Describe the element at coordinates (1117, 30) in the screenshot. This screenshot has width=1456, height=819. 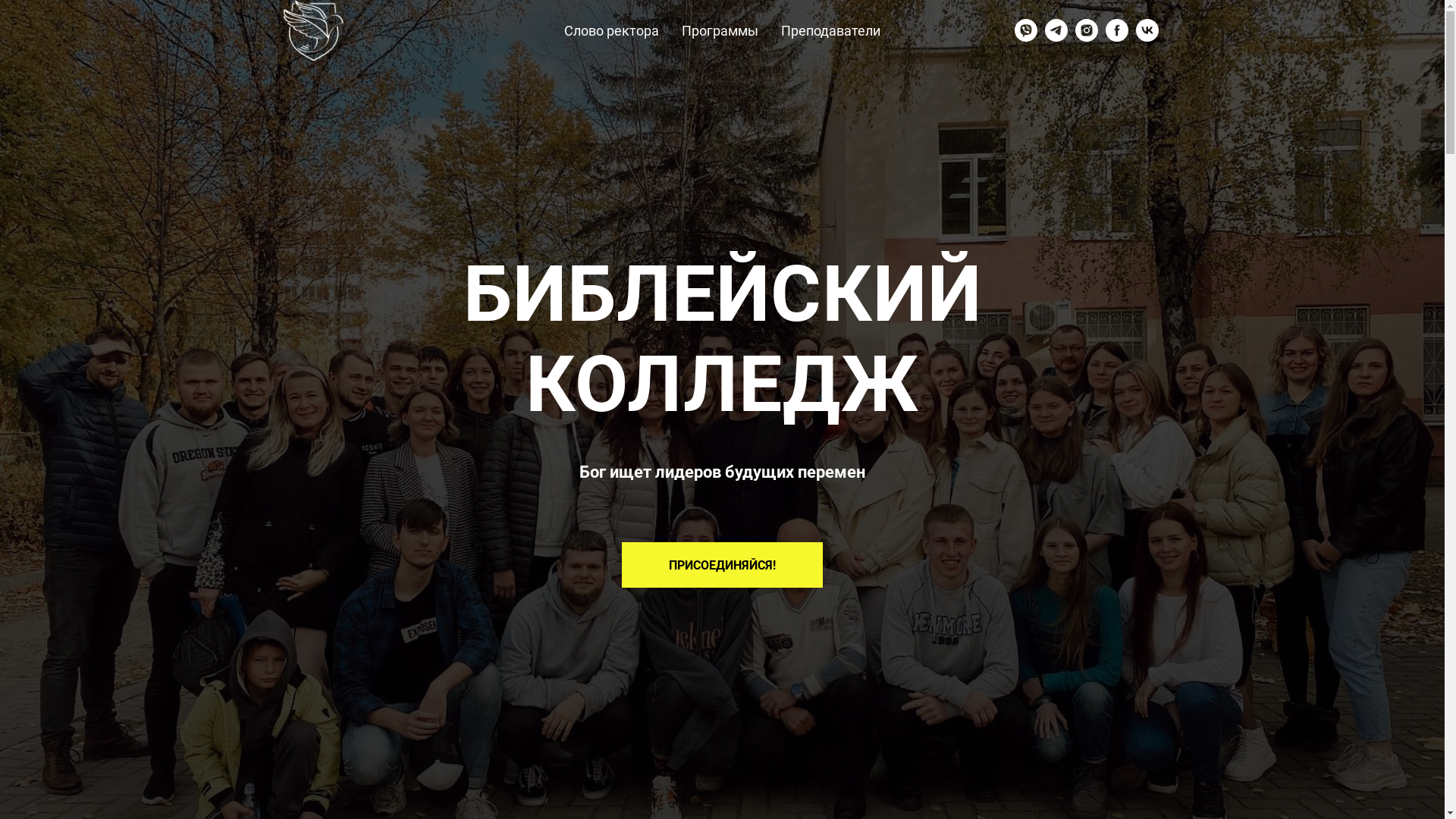
I see `'Facebook'` at that location.